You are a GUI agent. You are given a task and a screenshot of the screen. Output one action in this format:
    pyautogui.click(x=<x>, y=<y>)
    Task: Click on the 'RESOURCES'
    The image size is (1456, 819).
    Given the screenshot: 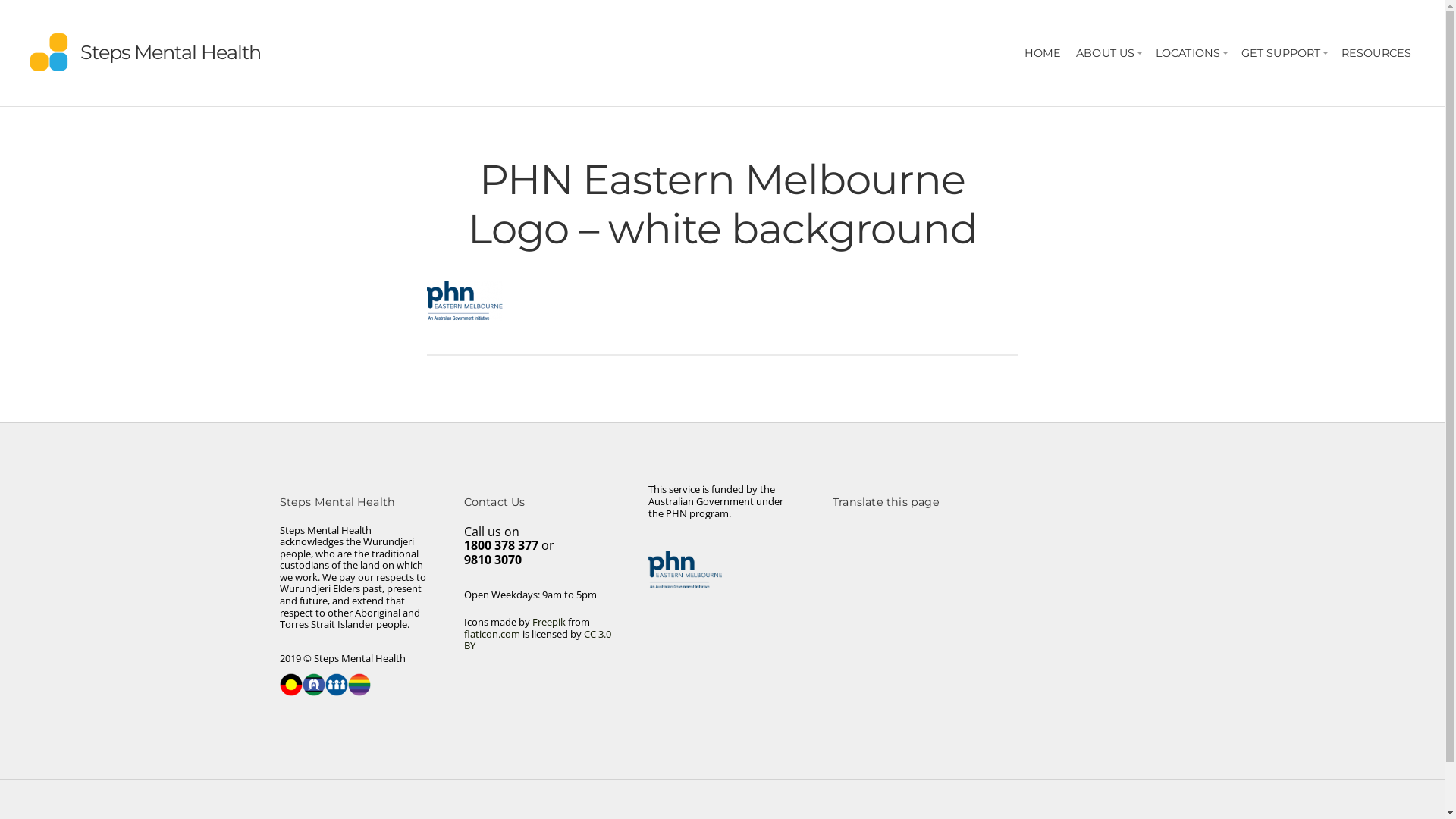 What is the action you would take?
    pyautogui.click(x=1376, y=52)
    